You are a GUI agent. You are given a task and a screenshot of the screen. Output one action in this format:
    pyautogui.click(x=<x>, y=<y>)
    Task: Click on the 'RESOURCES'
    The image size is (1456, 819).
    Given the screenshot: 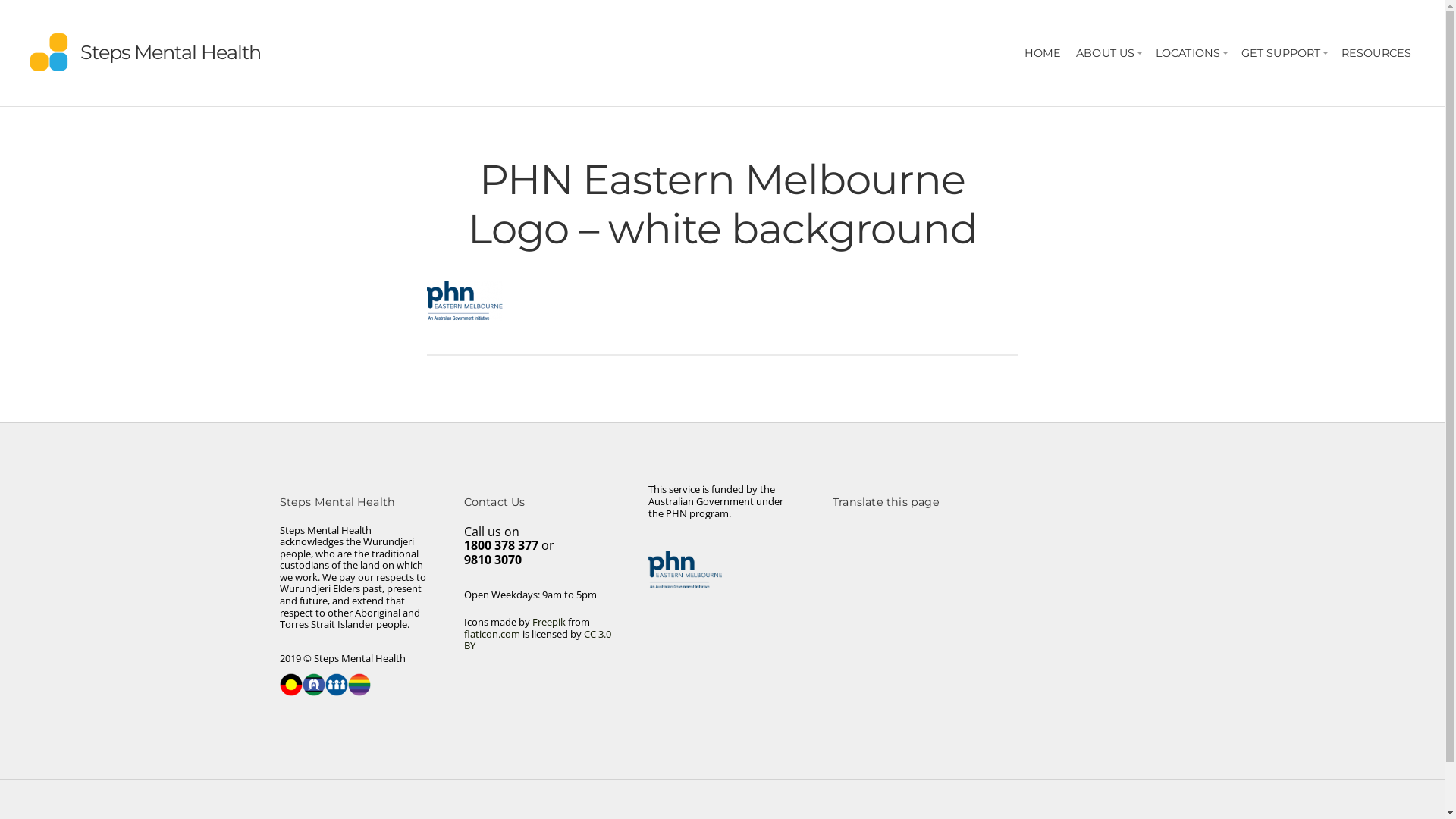 What is the action you would take?
    pyautogui.click(x=1376, y=52)
    